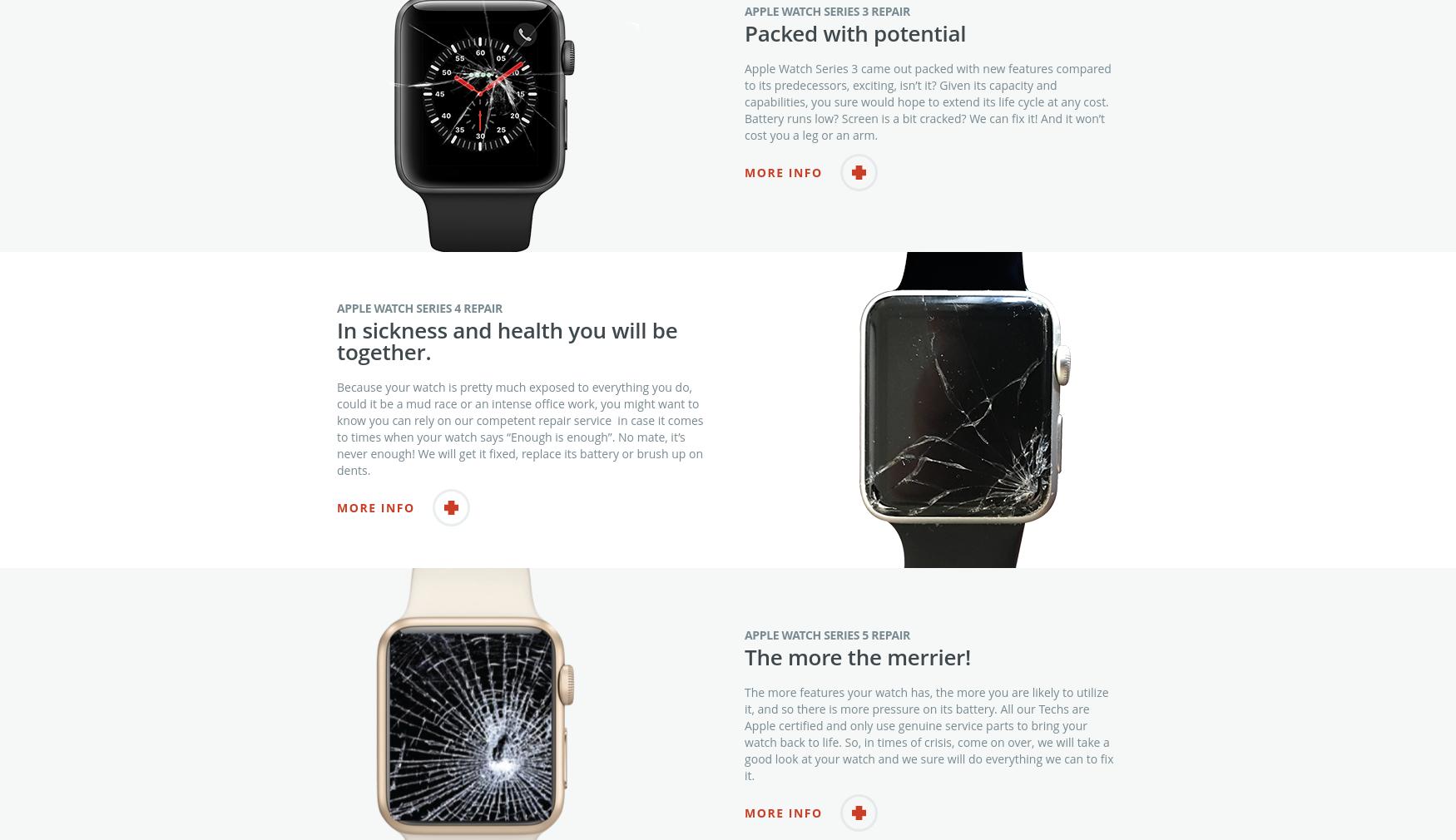 The height and width of the screenshot is (840, 1456). I want to click on 'Apple Watch Series 5 Repair', so click(826, 667).